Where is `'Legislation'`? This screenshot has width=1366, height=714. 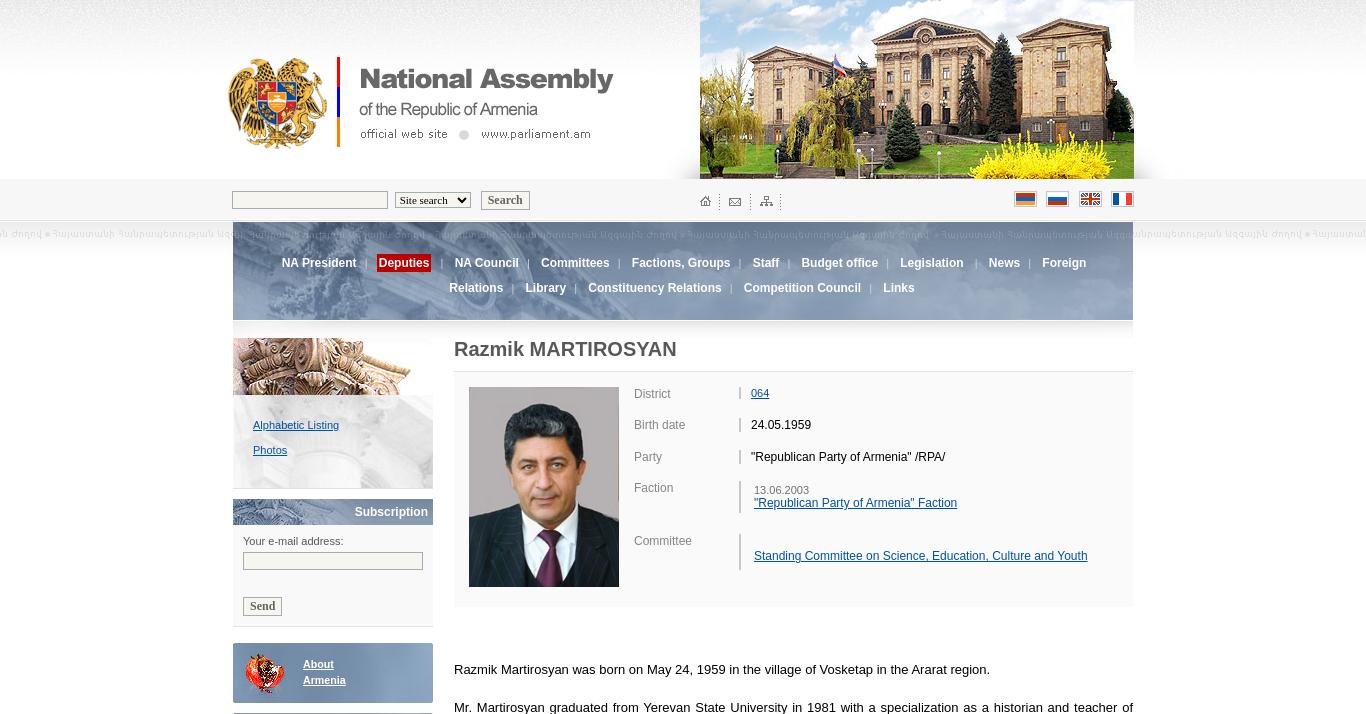 'Legislation' is located at coordinates (931, 262).